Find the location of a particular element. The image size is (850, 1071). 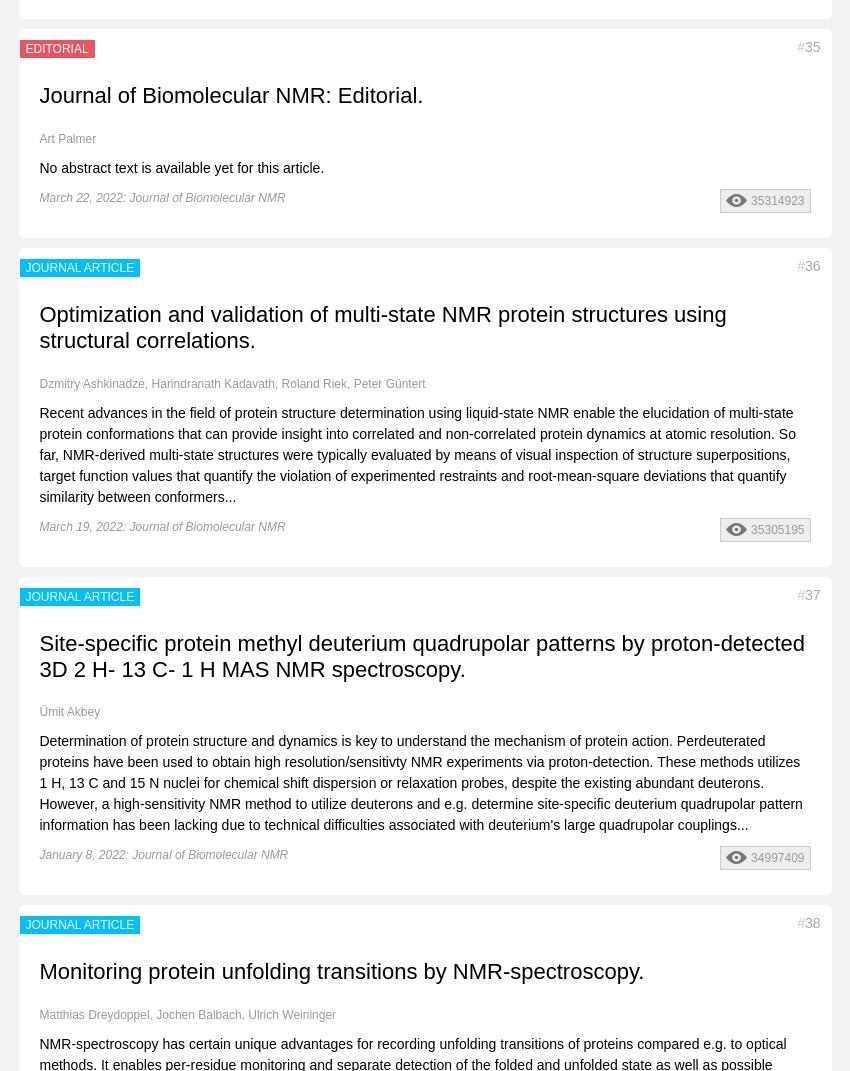

'EDITORIAL' is located at coordinates (56, 48).